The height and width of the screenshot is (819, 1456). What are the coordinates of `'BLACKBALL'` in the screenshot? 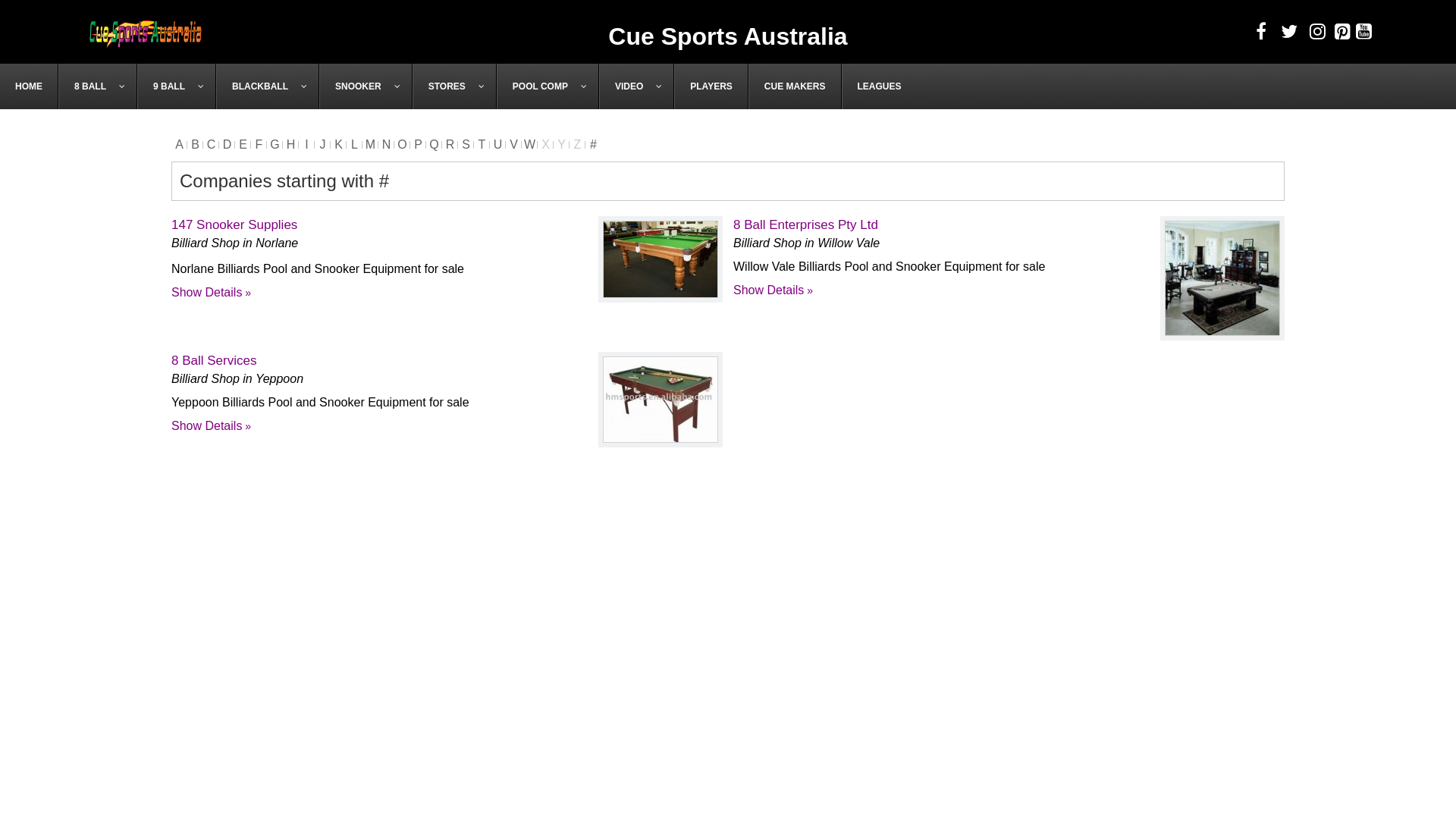 It's located at (268, 86).